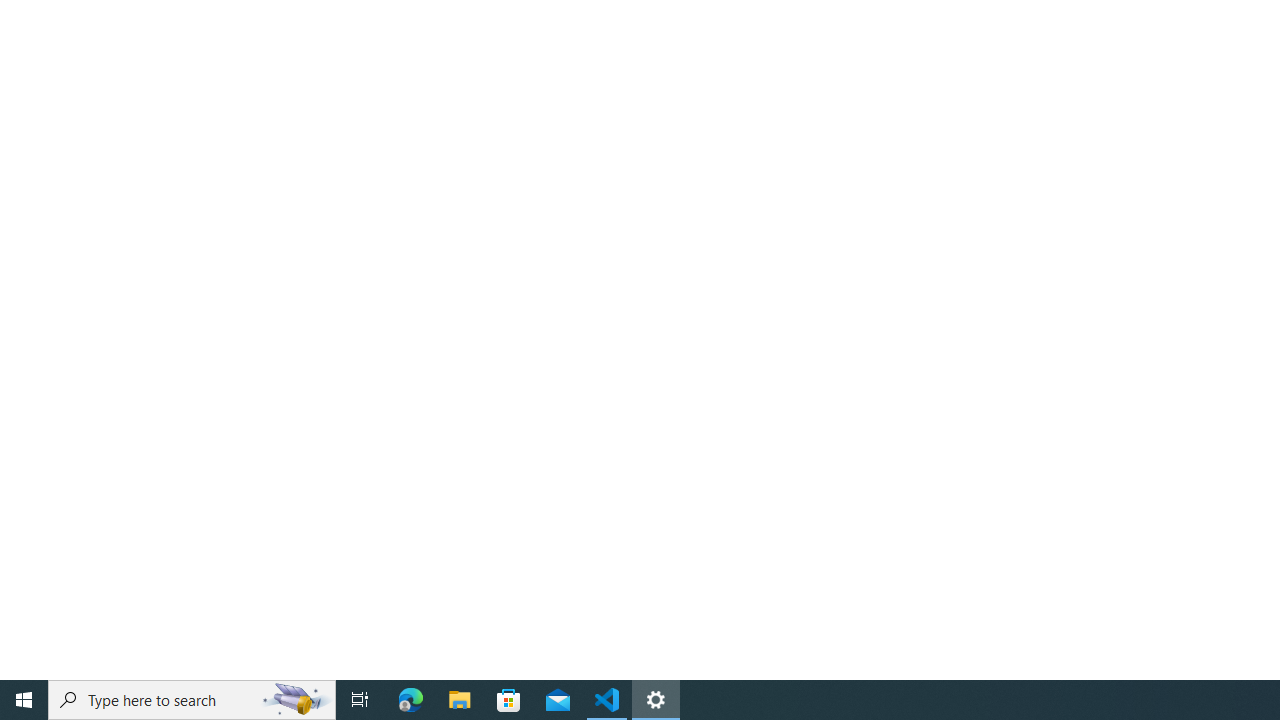 The image size is (1280, 720). Describe the element at coordinates (656, 698) in the screenshot. I see `'Settings - 1 running window'` at that location.